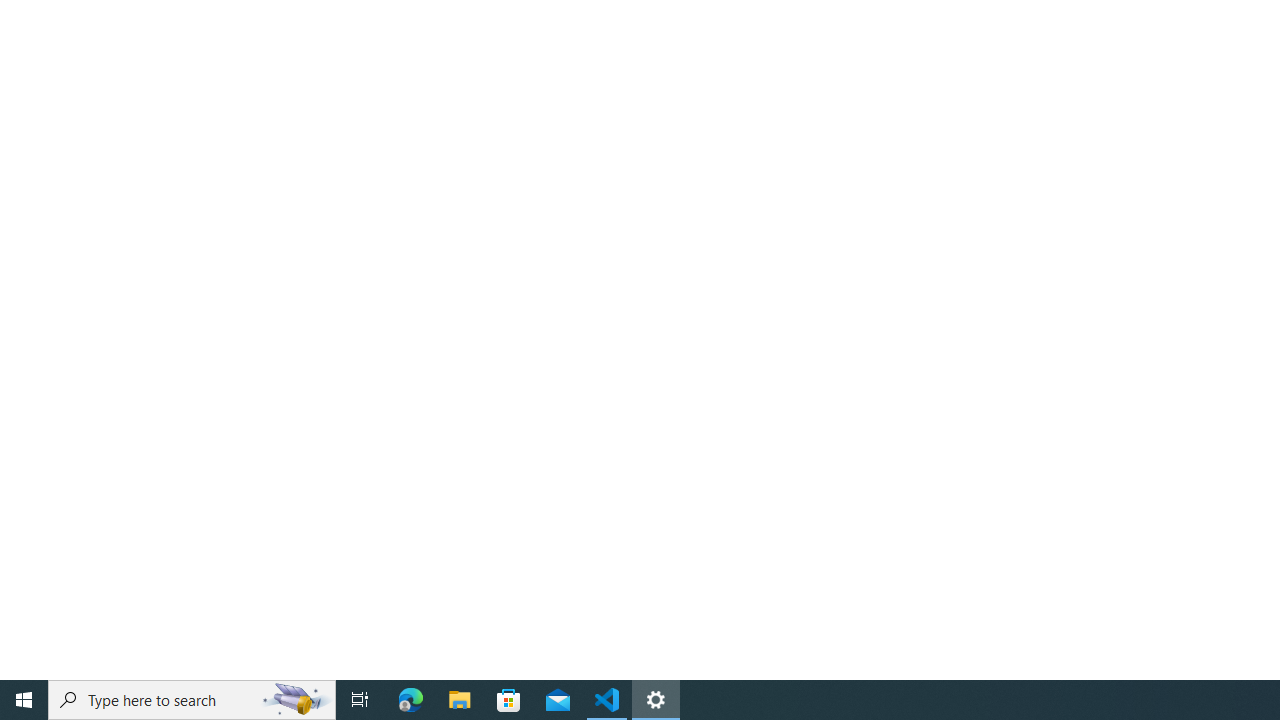 The image size is (1280, 720). Describe the element at coordinates (656, 698) in the screenshot. I see `'Settings - 1 running window'` at that location.